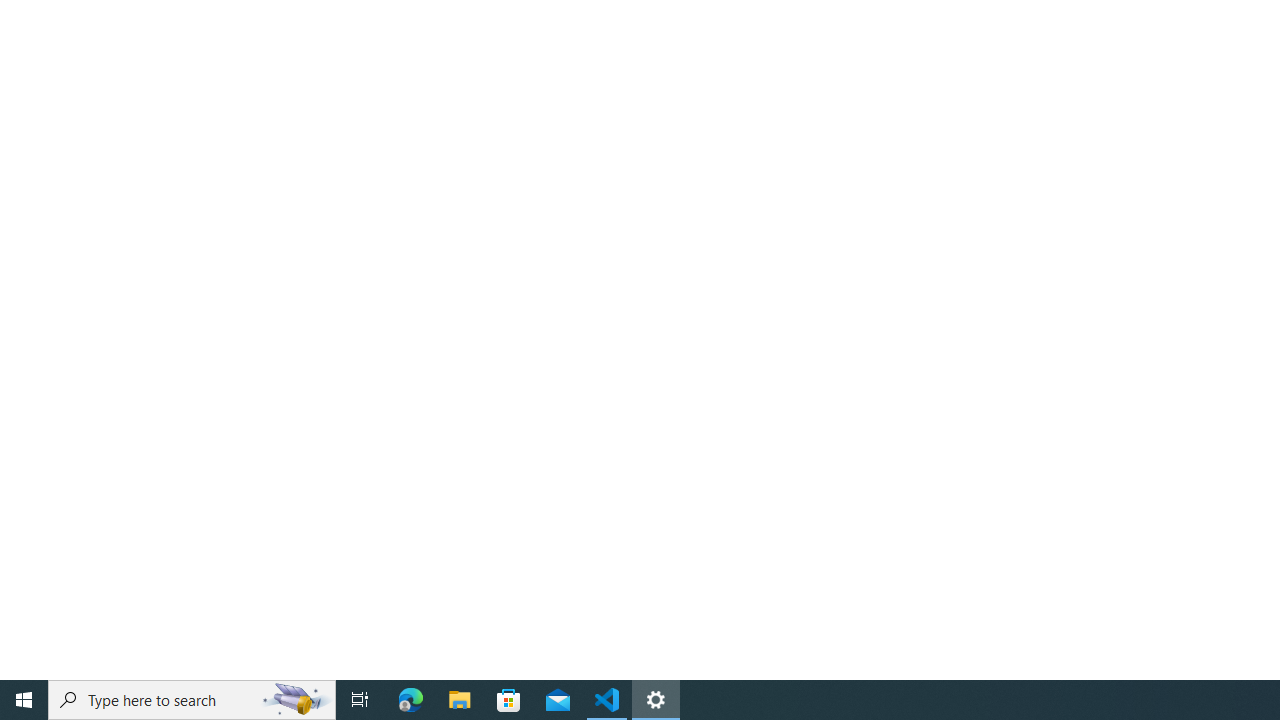 The image size is (1280, 720). Describe the element at coordinates (656, 698) in the screenshot. I see `'Settings - 1 running window'` at that location.